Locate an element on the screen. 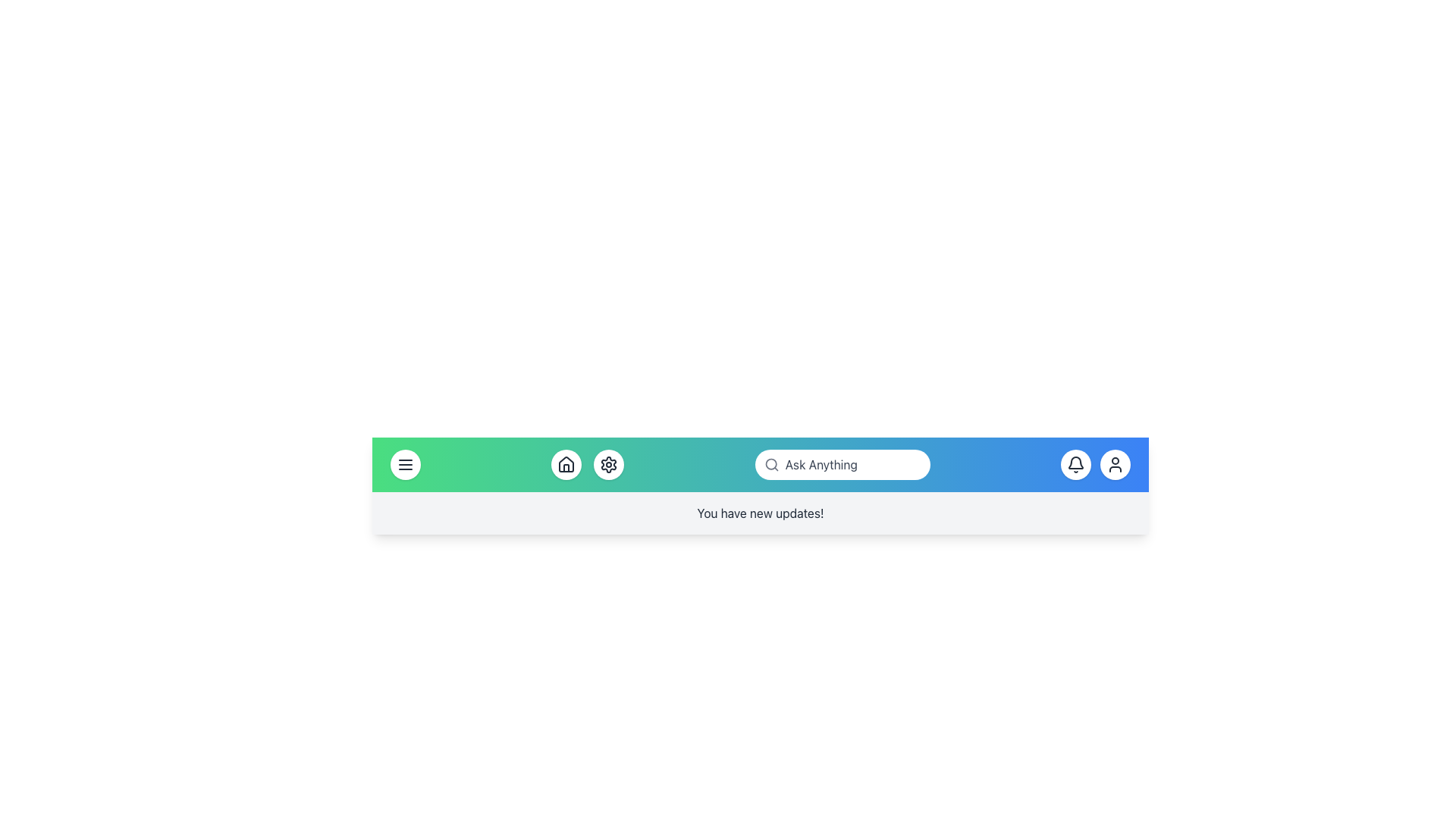 The height and width of the screenshot is (819, 1456). the home button located in the middle section of the navigation bar is located at coordinates (566, 464).